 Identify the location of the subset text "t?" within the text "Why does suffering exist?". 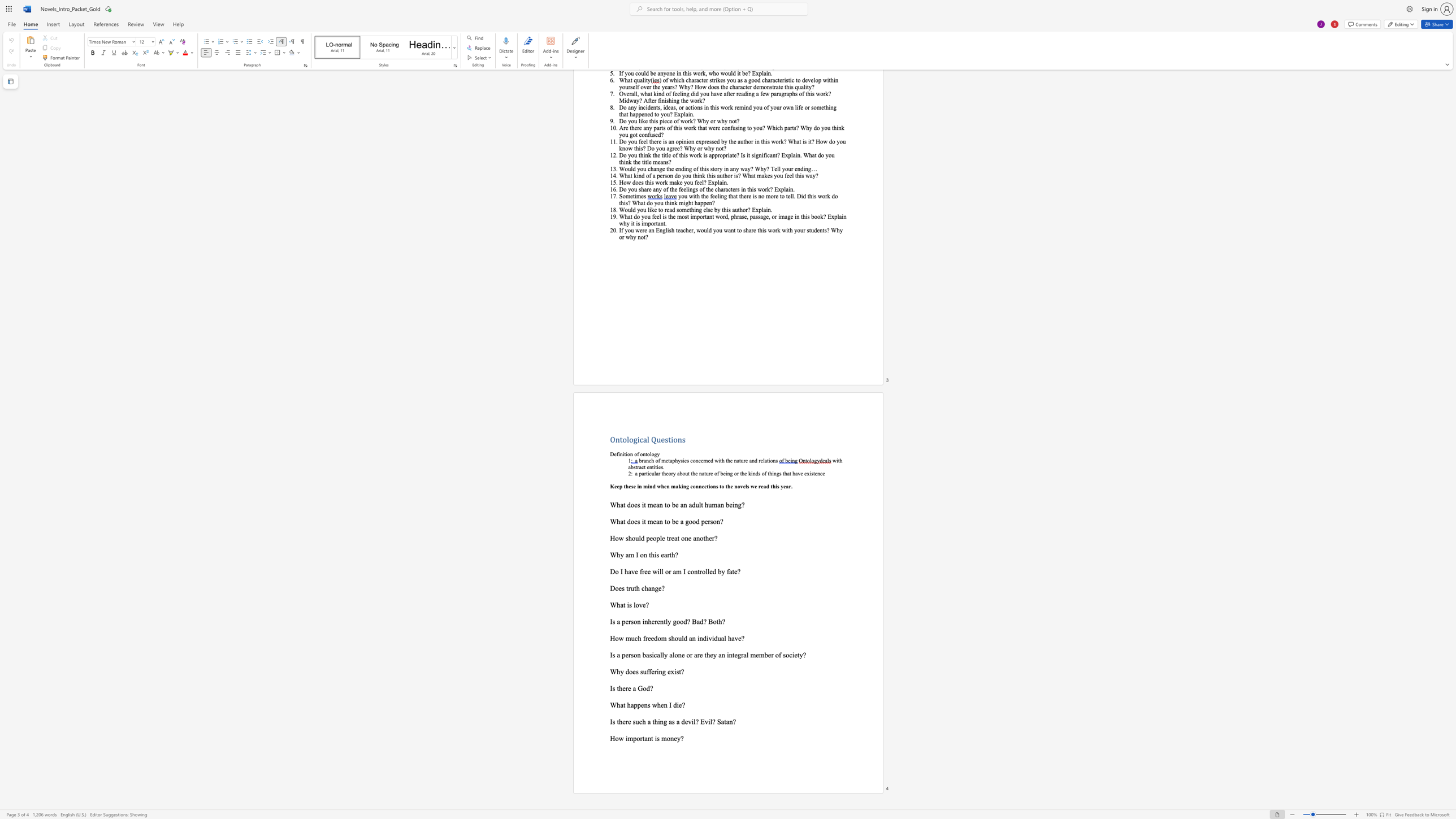
(678, 671).